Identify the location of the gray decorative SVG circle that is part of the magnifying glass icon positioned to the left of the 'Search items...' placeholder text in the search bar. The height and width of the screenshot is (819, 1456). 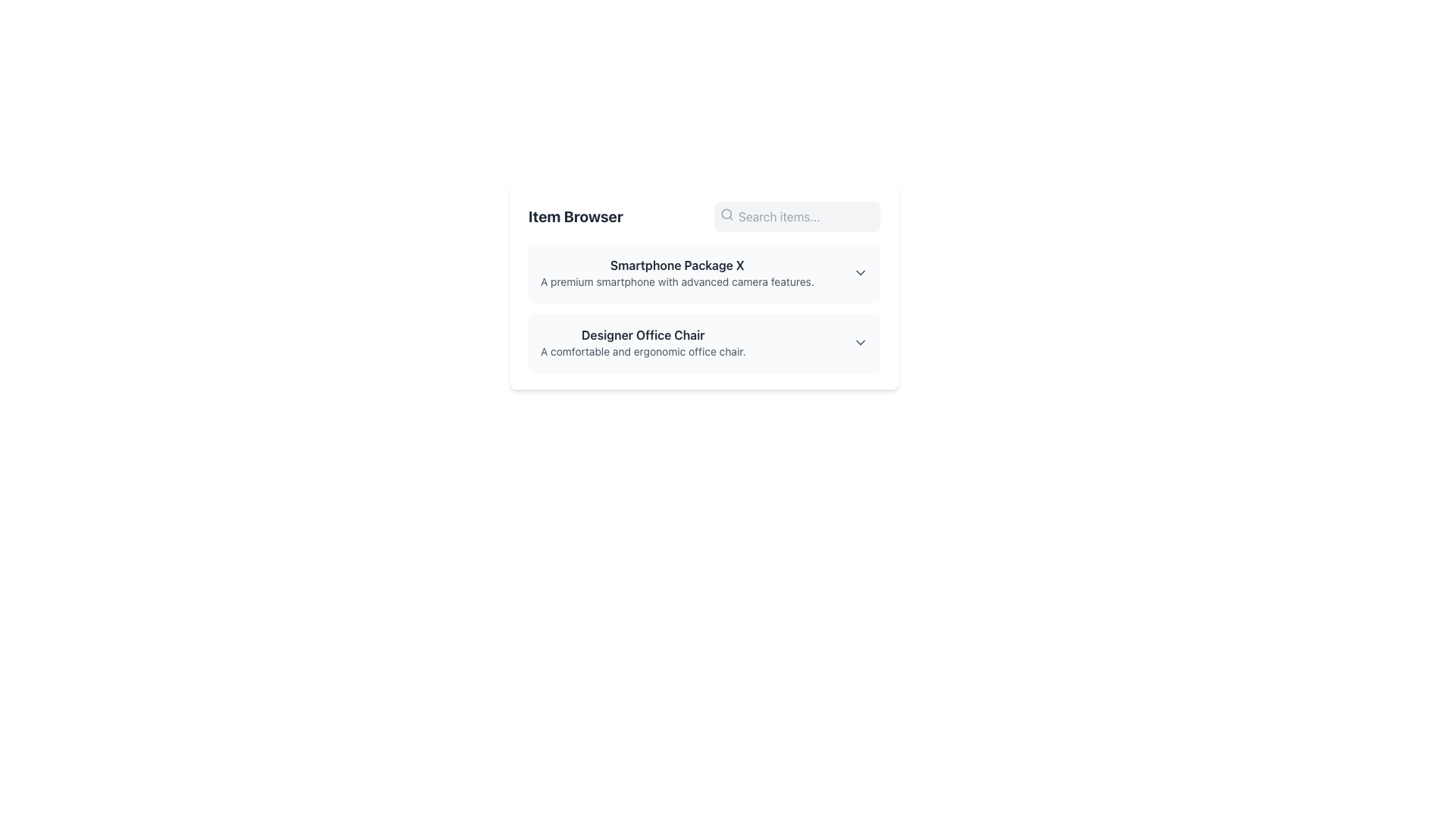
(726, 214).